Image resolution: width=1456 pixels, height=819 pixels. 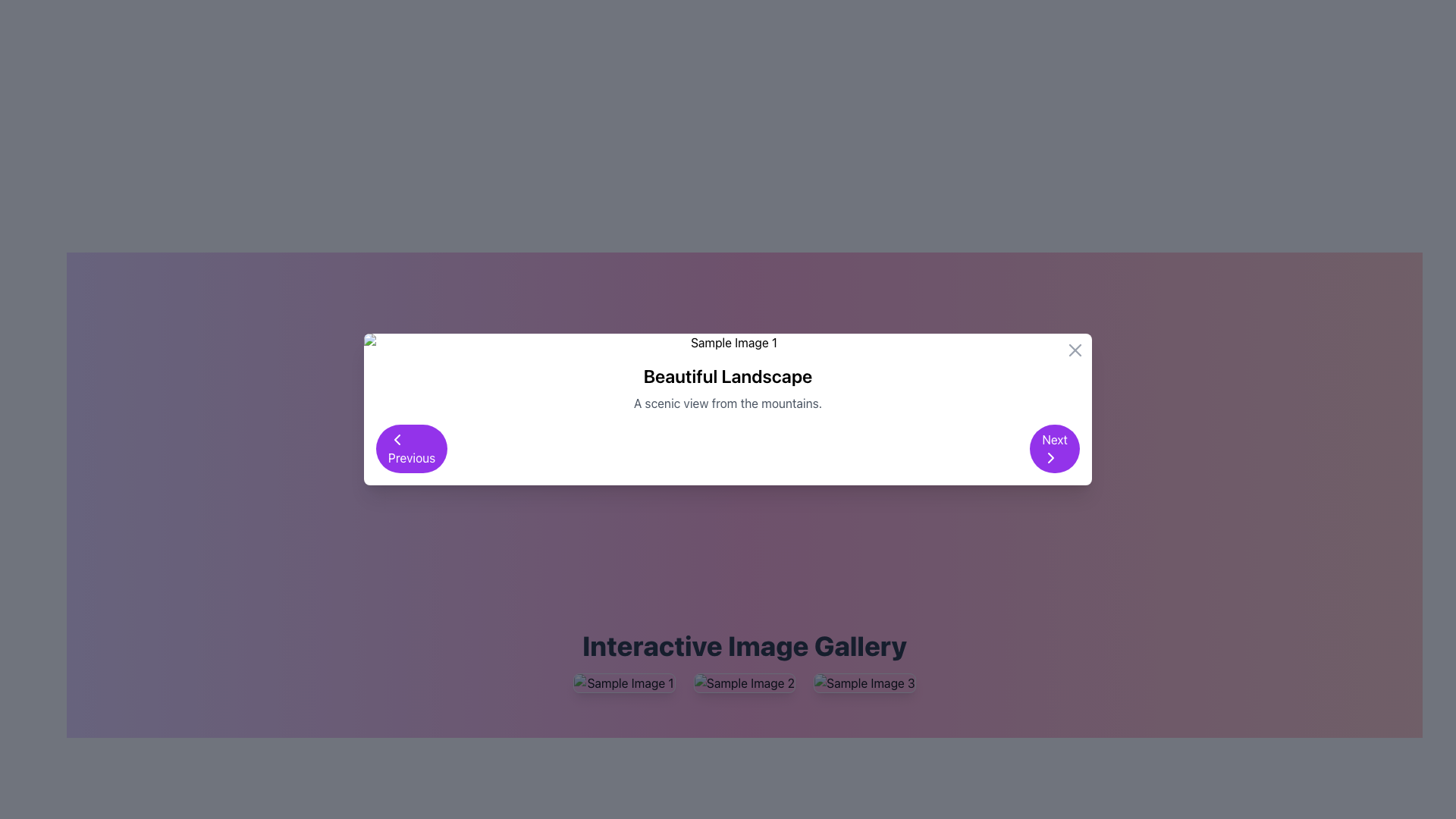 I want to click on the third image in the Interactive Image Gallery for navigation or interaction, so click(x=864, y=683).